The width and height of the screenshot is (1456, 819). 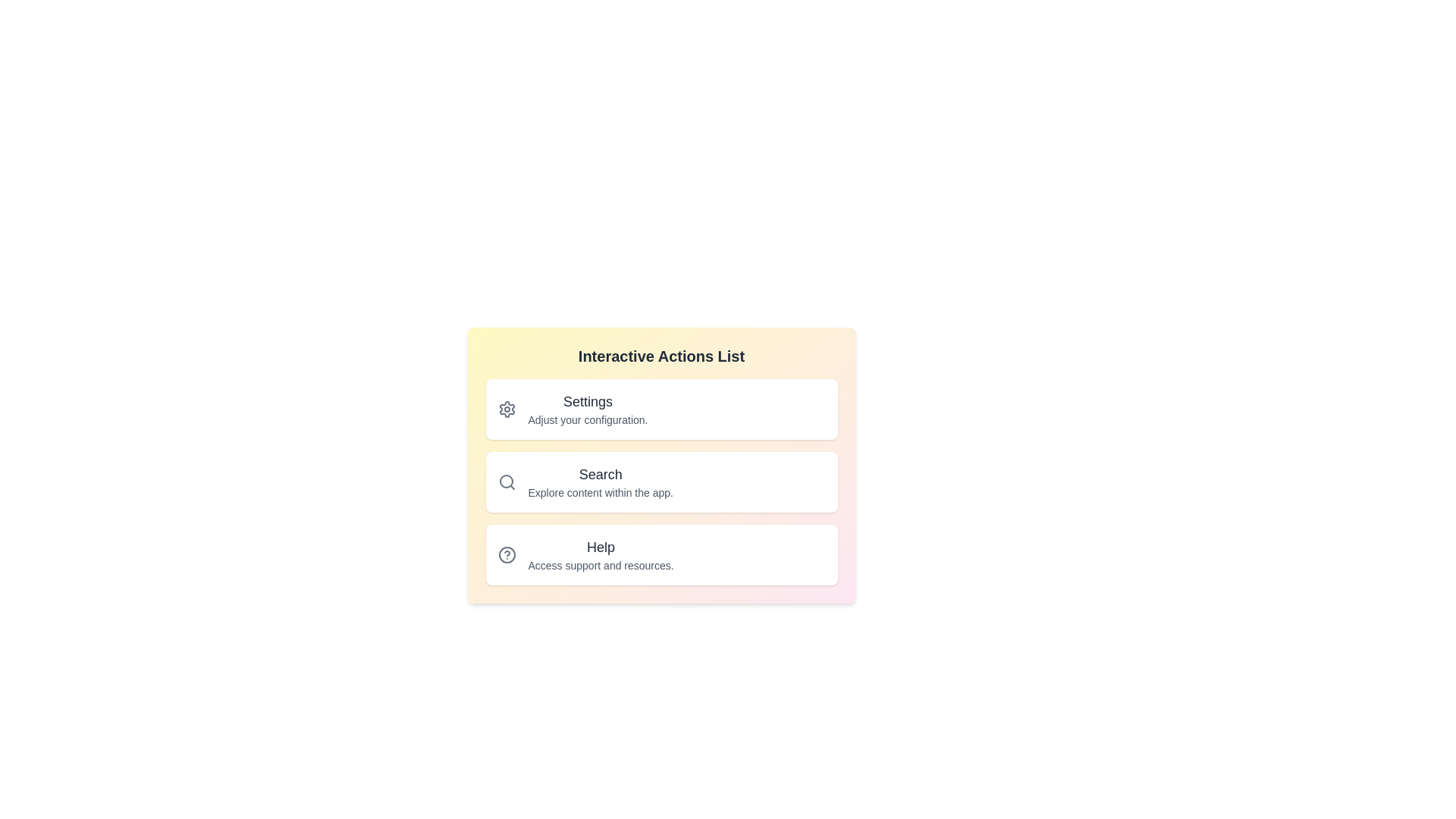 I want to click on the 'Search' item in the list to explore app content, so click(x=661, y=482).